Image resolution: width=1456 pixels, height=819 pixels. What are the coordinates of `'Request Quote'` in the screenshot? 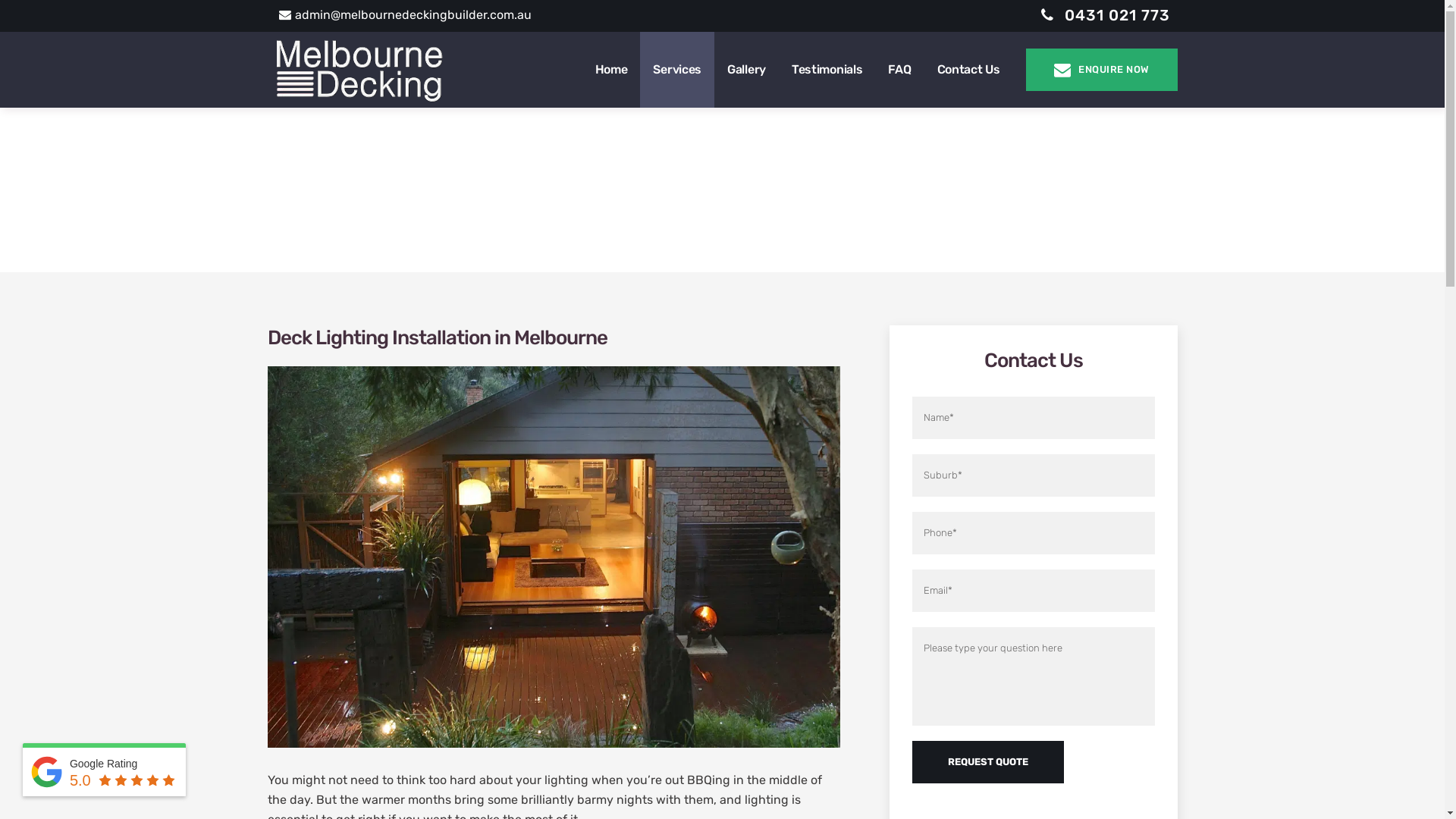 It's located at (987, 762).